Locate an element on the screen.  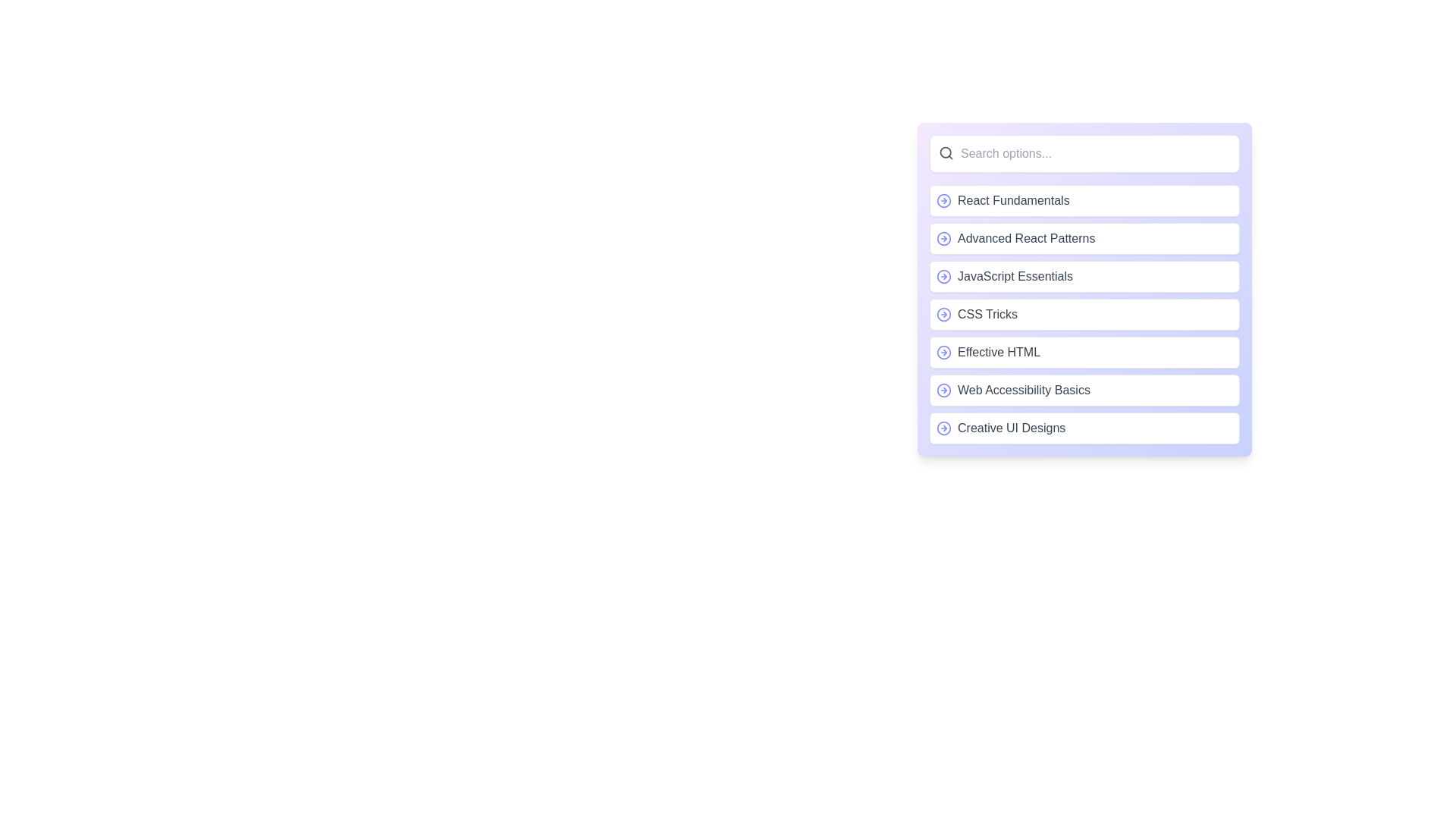
the first list item box labeled 'React Fundamentals' is located at coordinates (1084, 200).